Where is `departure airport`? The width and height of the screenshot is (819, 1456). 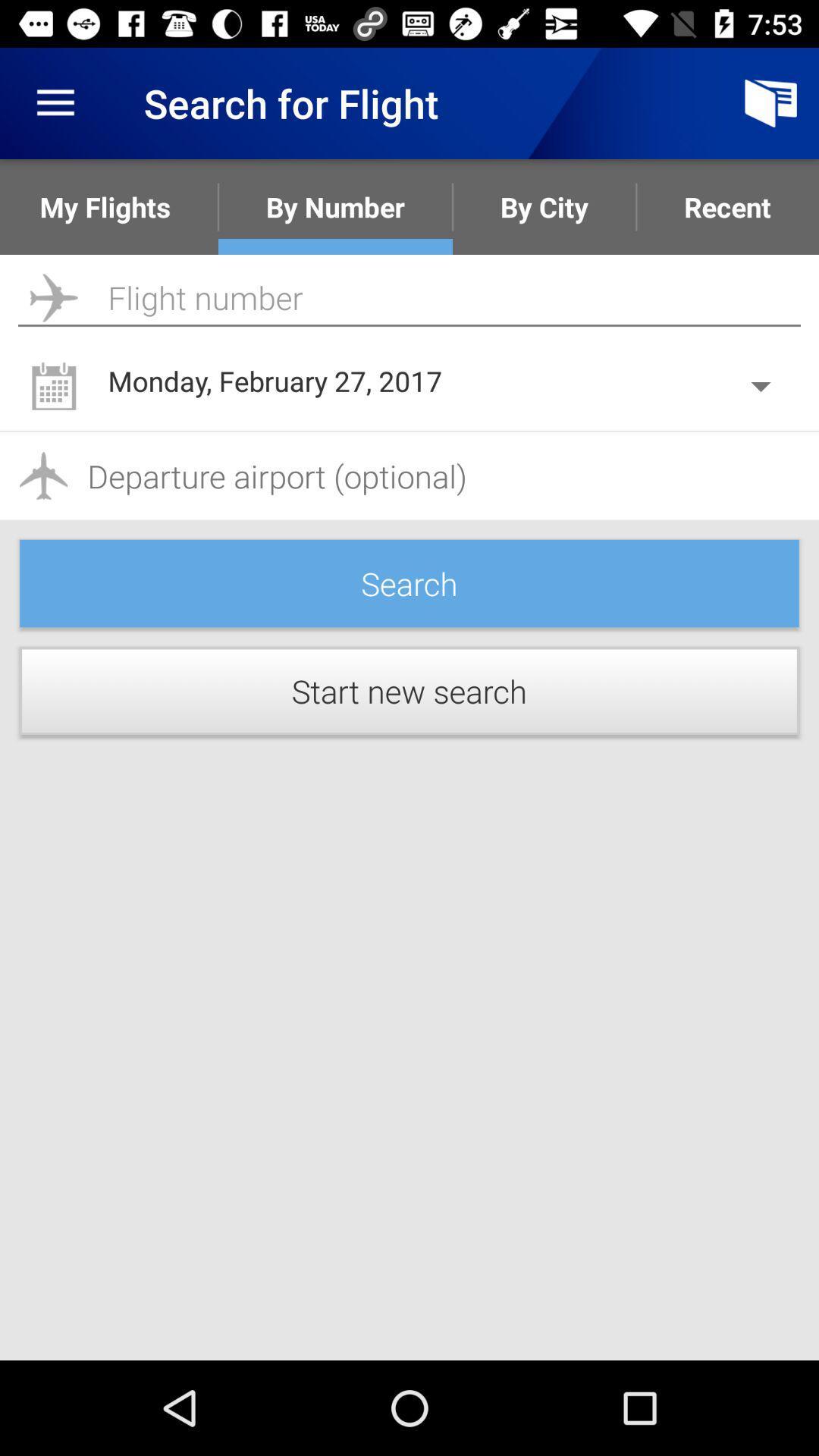
departure airport is located at coordinates (409, 475).